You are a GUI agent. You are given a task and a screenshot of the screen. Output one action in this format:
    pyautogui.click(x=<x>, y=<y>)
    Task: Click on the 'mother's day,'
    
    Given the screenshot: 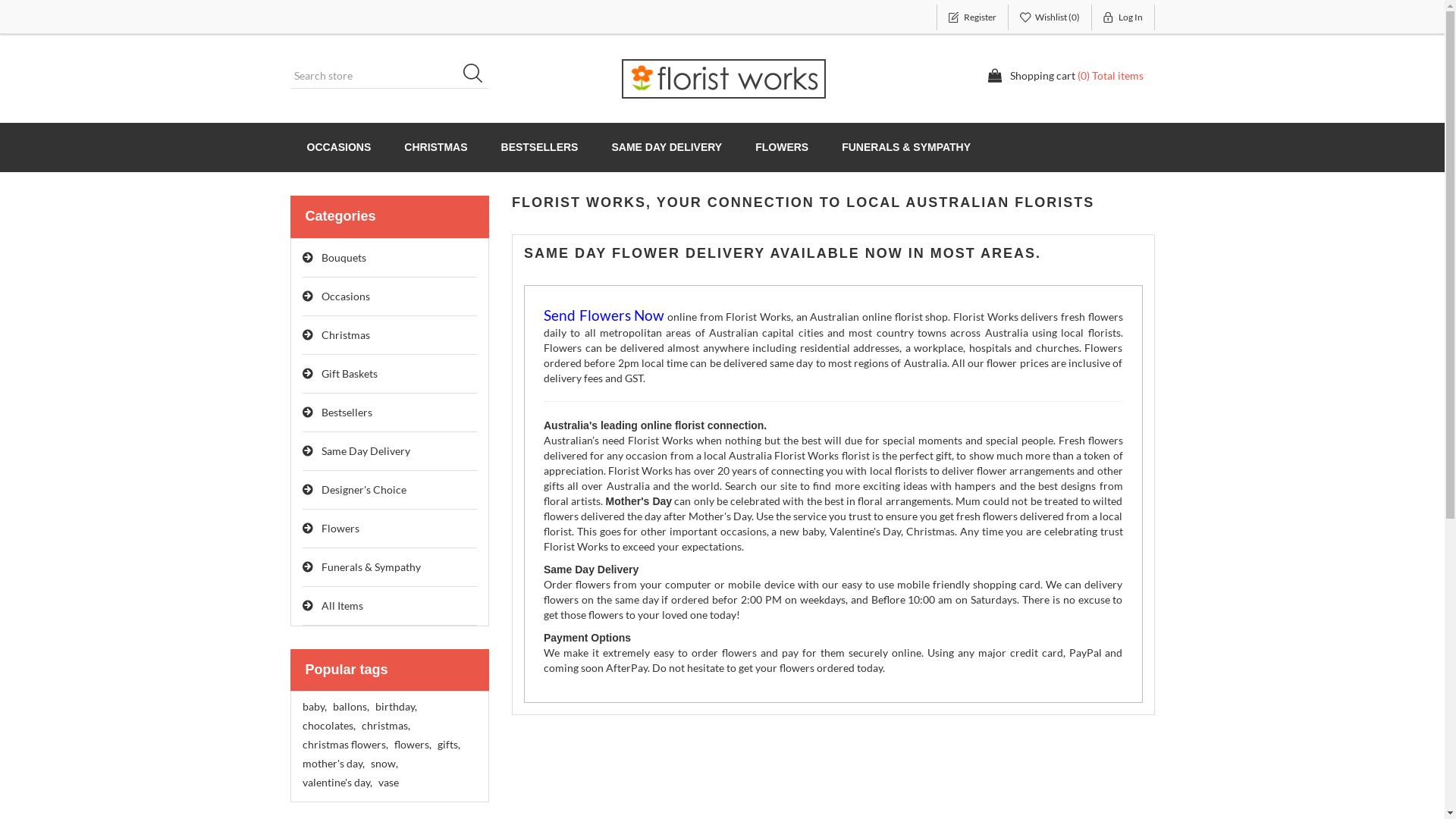 What is the action you would take?
    pyautogui.click(x=331, y=763)
    